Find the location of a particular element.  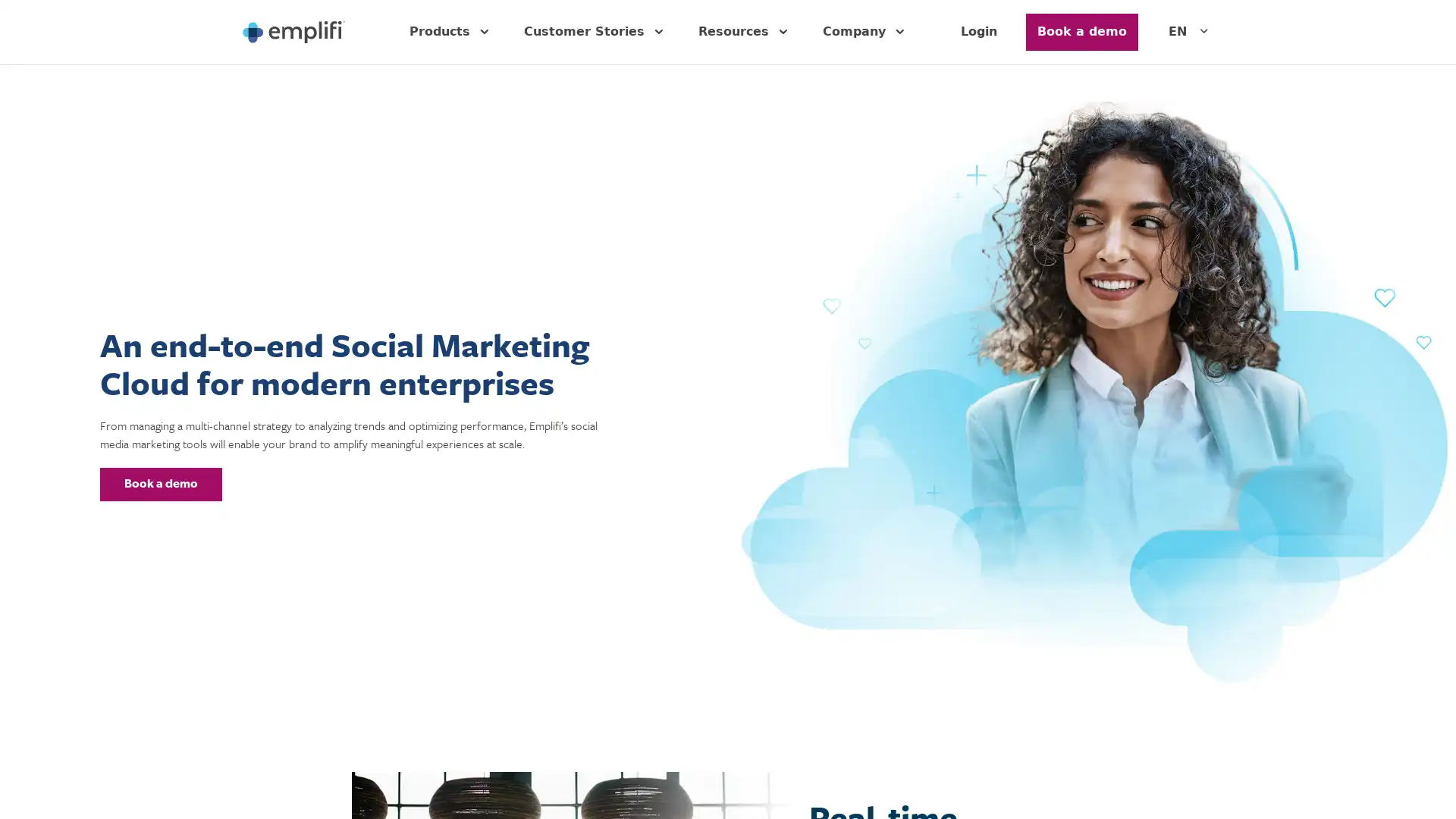

Button is located at coordinates (161, 483).